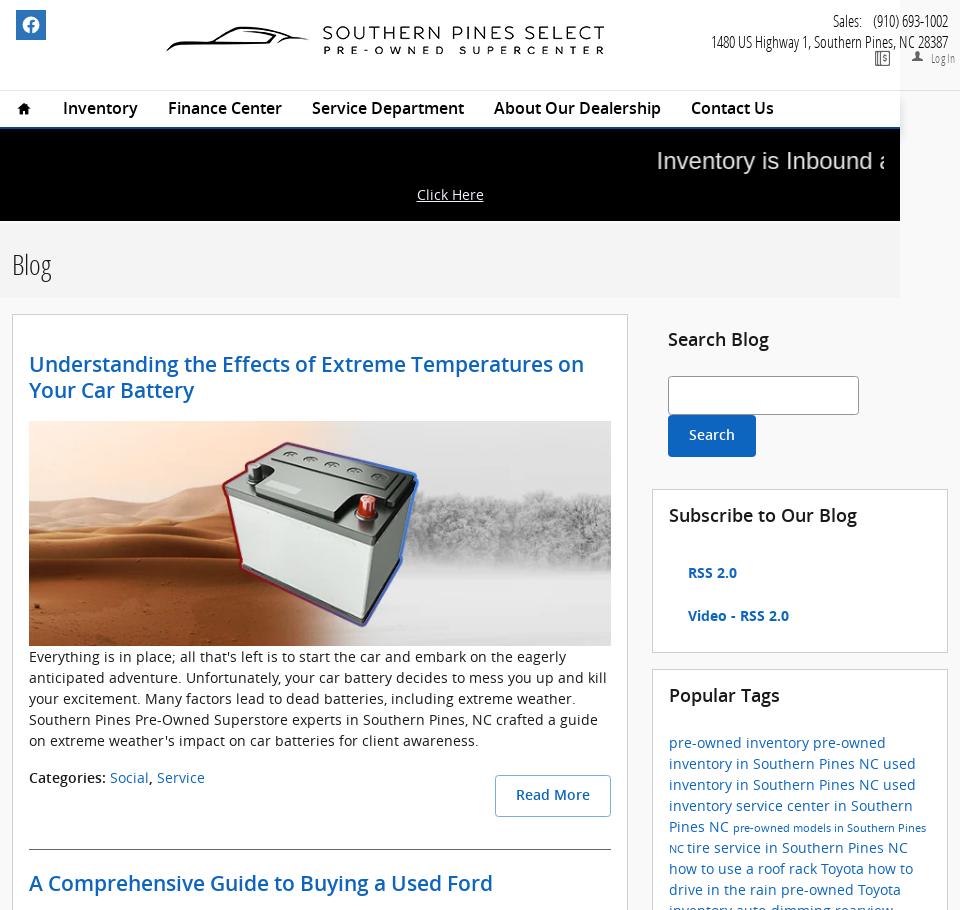 This screenshot has width=960, height=910. I want to click on 'Popular Tags', so click(669, 694).